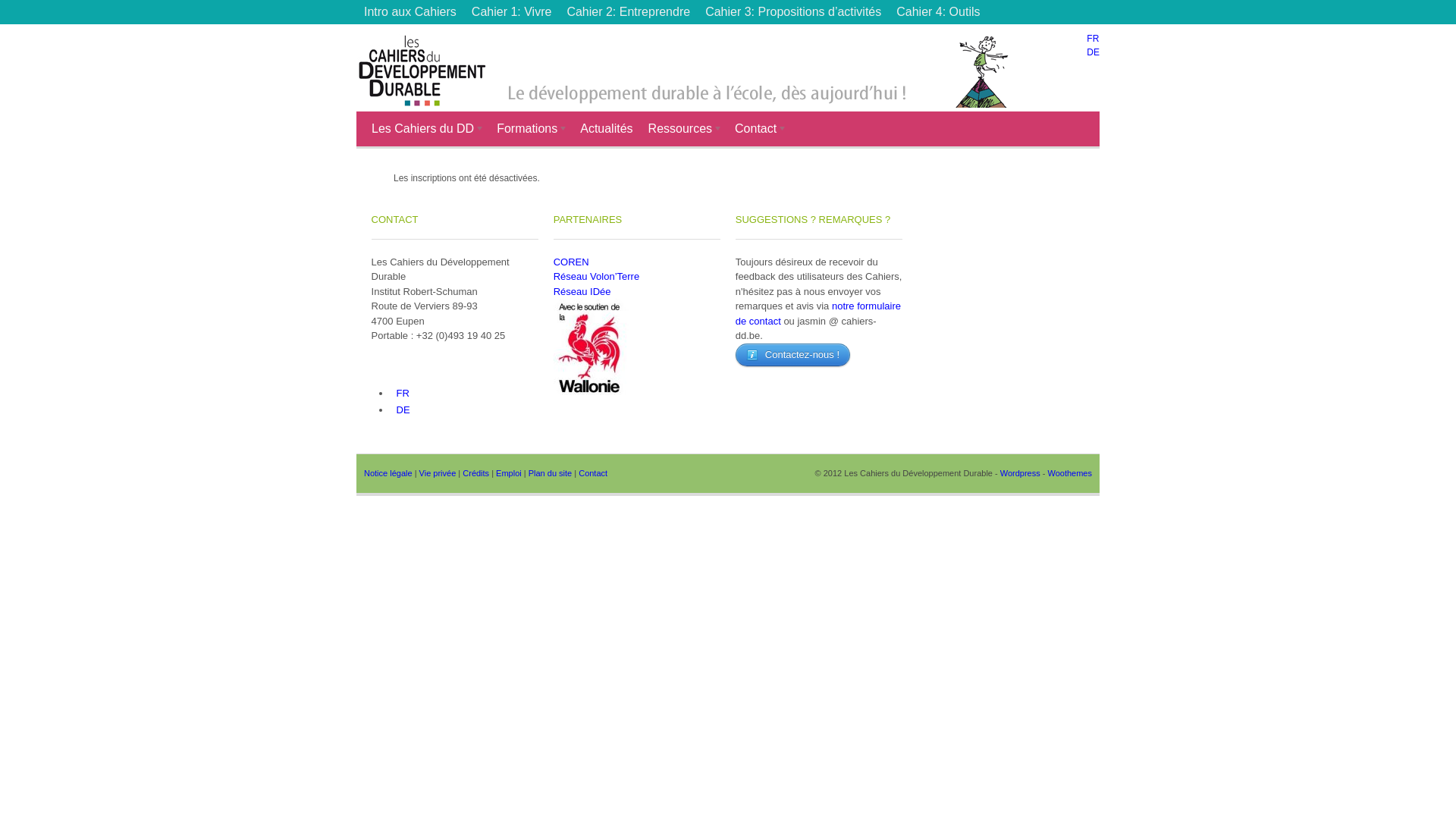  What do you see at coordinates (1093, 52) in the screenshot?
I see `'DE'` at bounding box center [1093, 52].